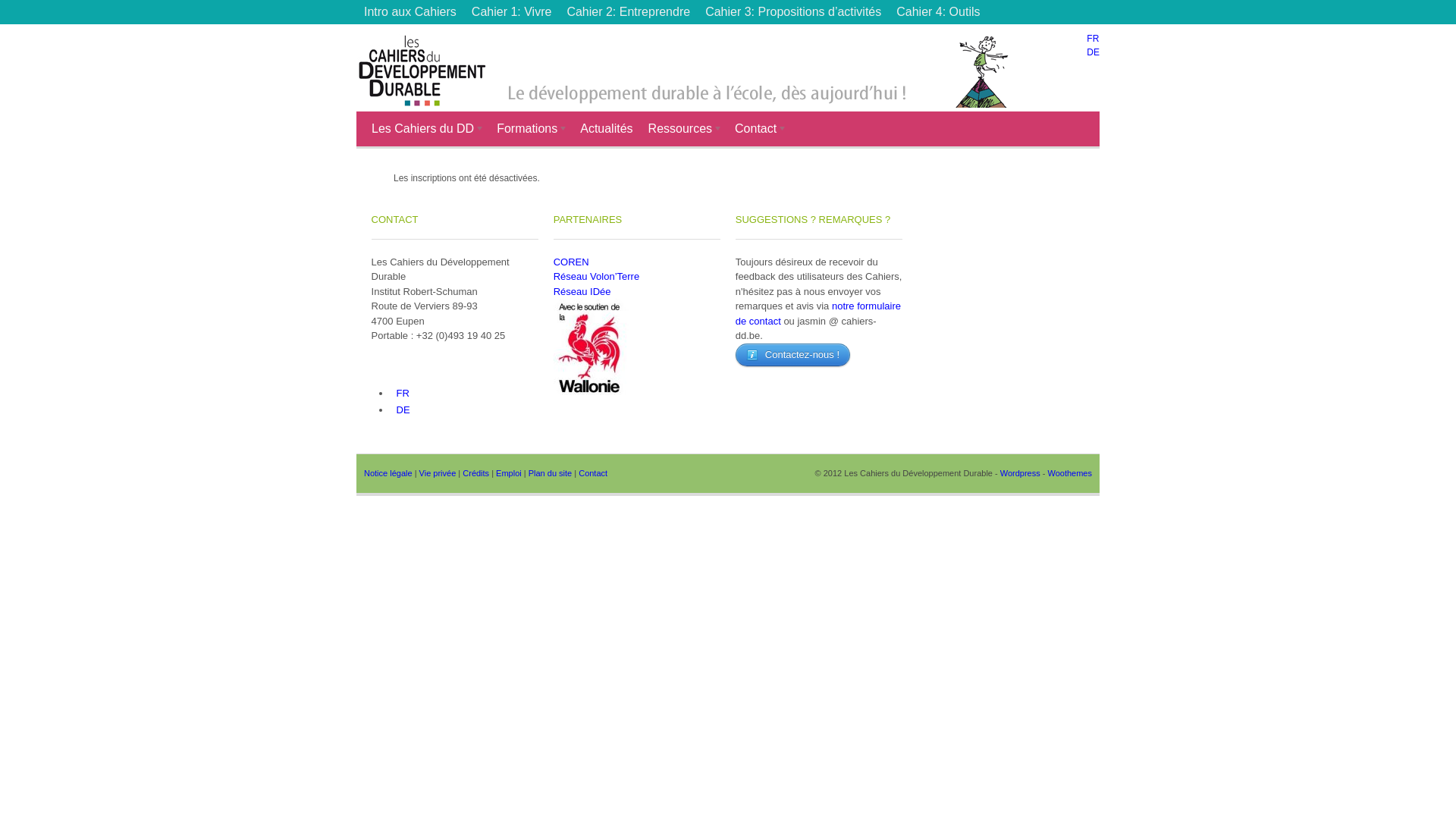  What do you see at coordinates (1093, 52) in the screenshot?
I see `'DE'` at bounding box center [1093, 52].